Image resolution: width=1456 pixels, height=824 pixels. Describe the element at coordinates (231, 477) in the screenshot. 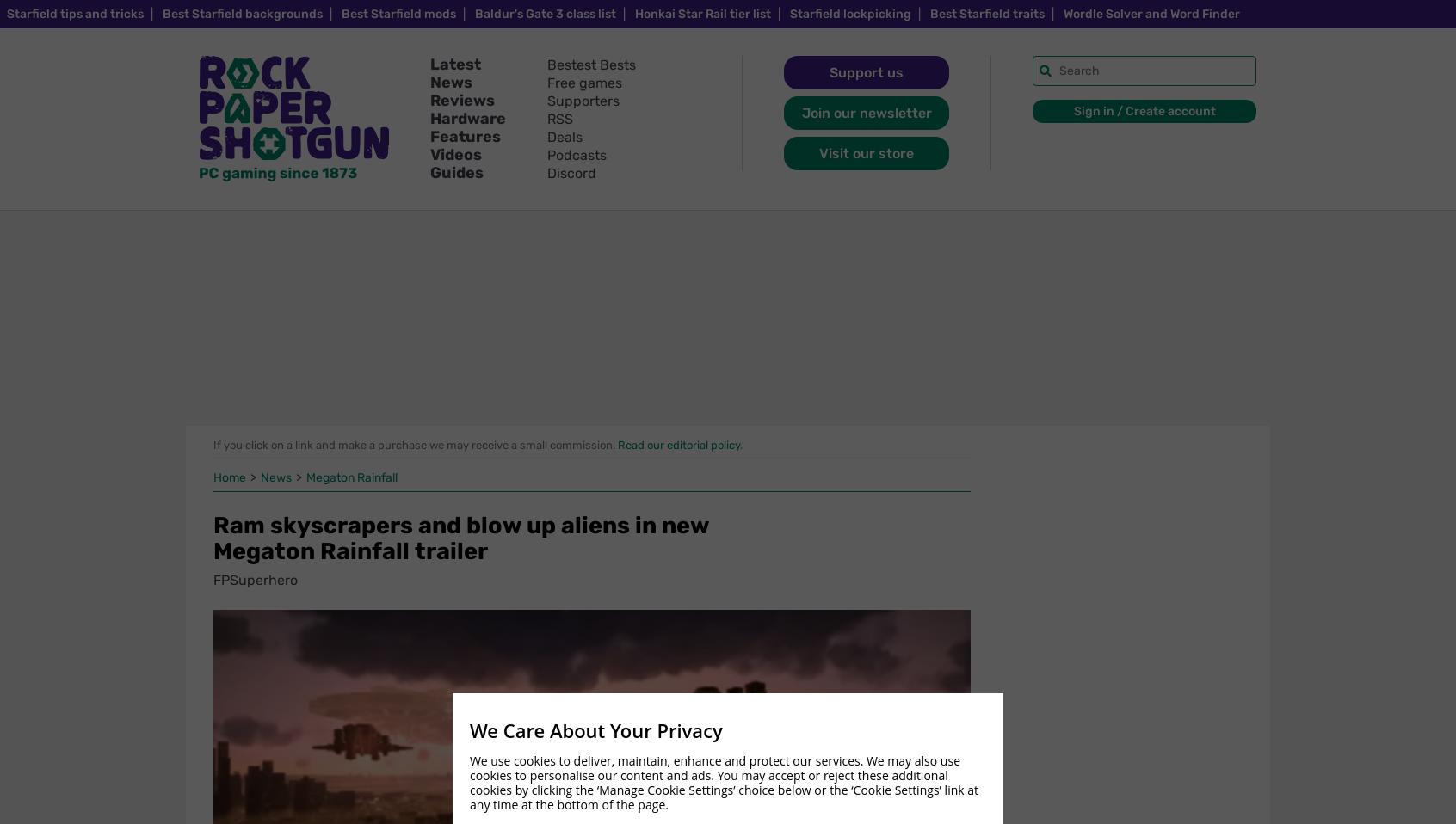

I see `'Home'` at that location.